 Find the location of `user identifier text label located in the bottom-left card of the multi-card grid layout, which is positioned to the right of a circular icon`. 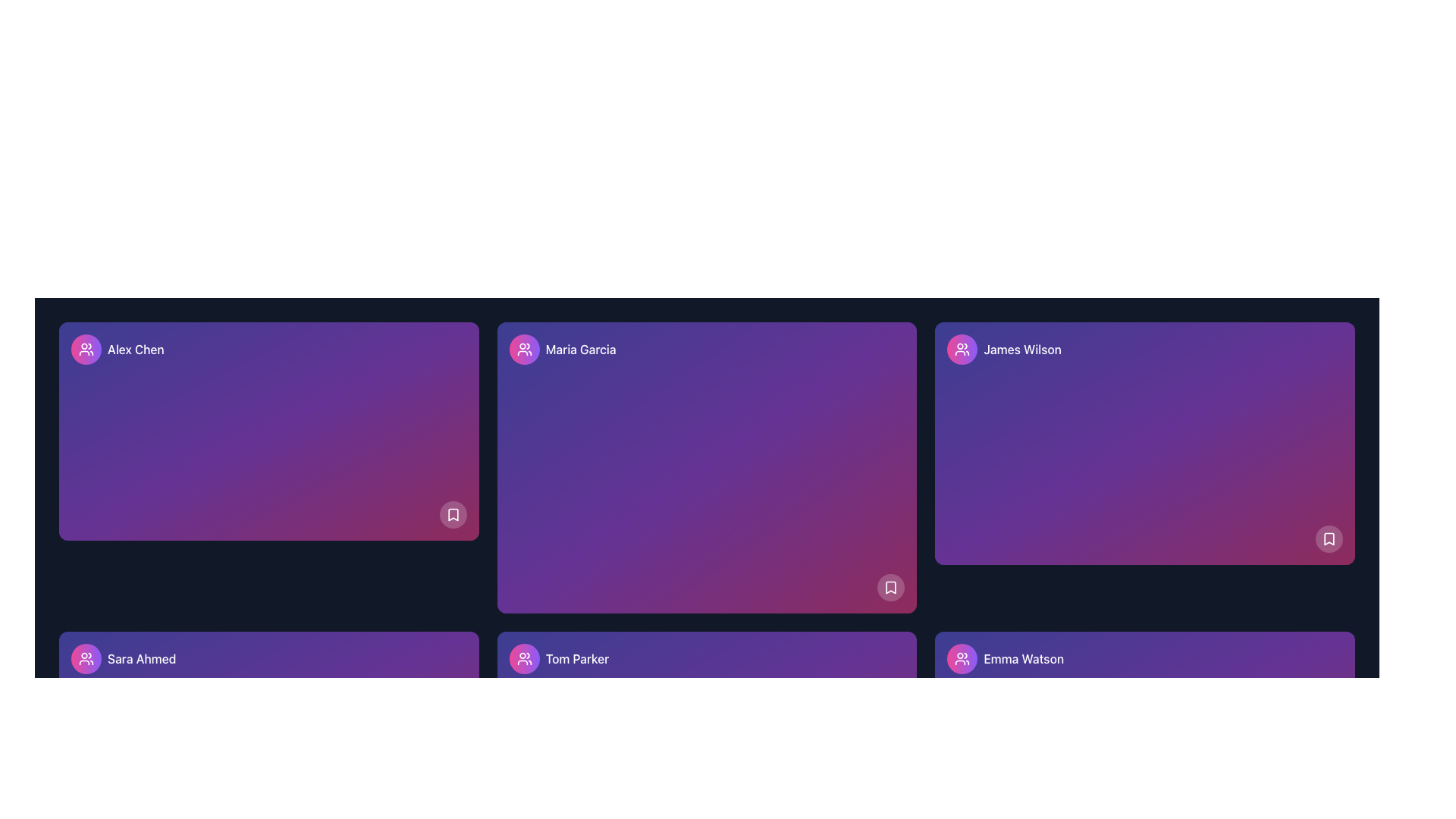

user identifier text label located in the bottom-left card of the multi-card grid layout, which is positioned to the right of a circular icon is located at coordinates (142, 657).